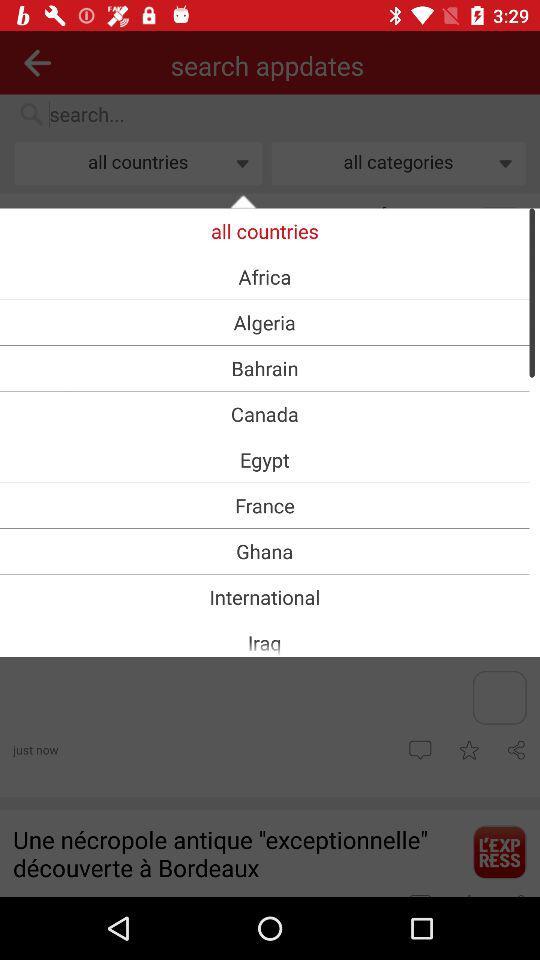  What do you see at coordinates (264, 231) in the screenshot?
I see `item above africa item` at bounding box center [264, 231].